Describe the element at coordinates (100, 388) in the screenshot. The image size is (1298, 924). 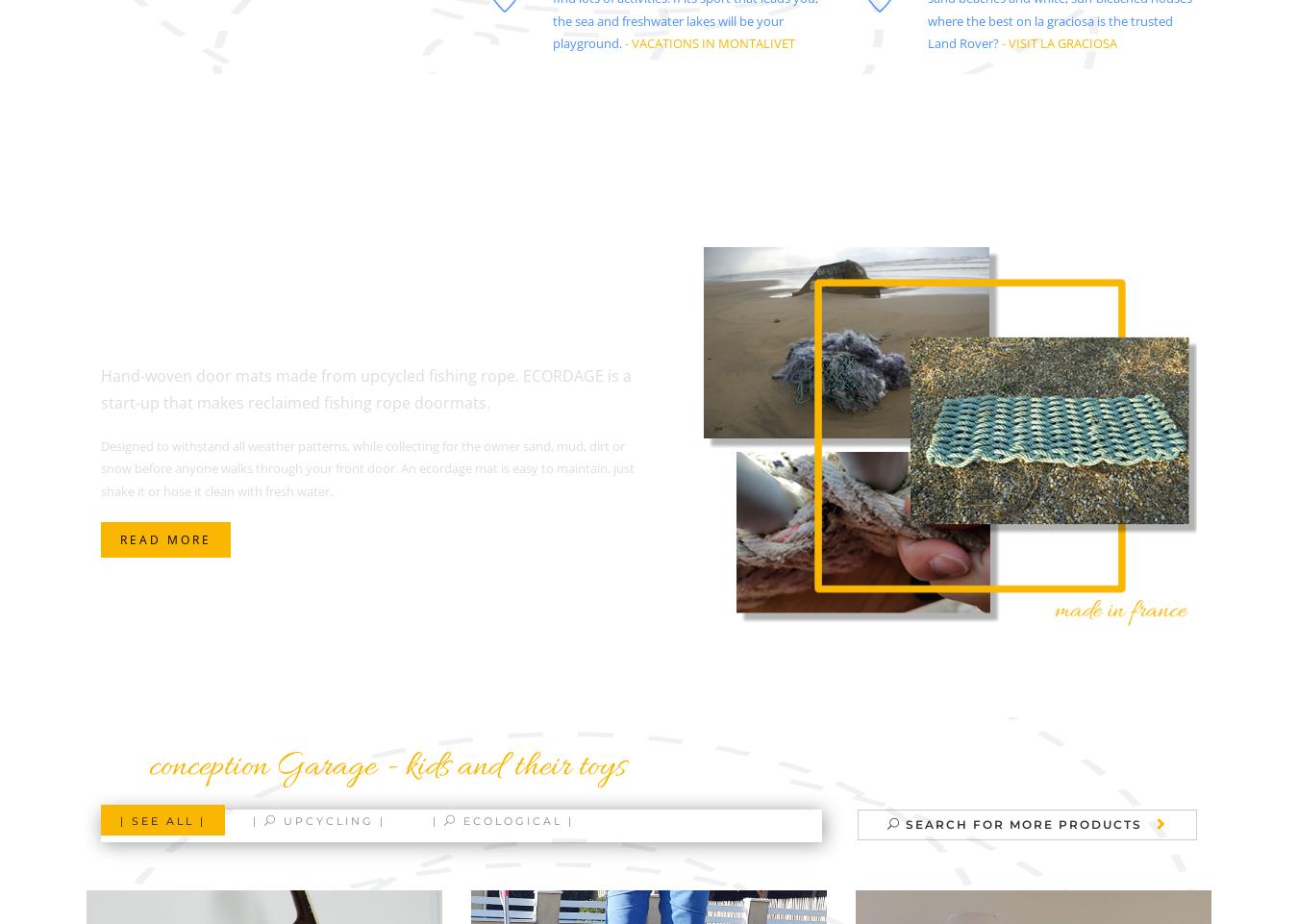
I see `'Hand-woven door mats made from upcycled fishing rope. ECORDAGE is a start-up that makes reclaimed fishing rope doormats.'` at that location.